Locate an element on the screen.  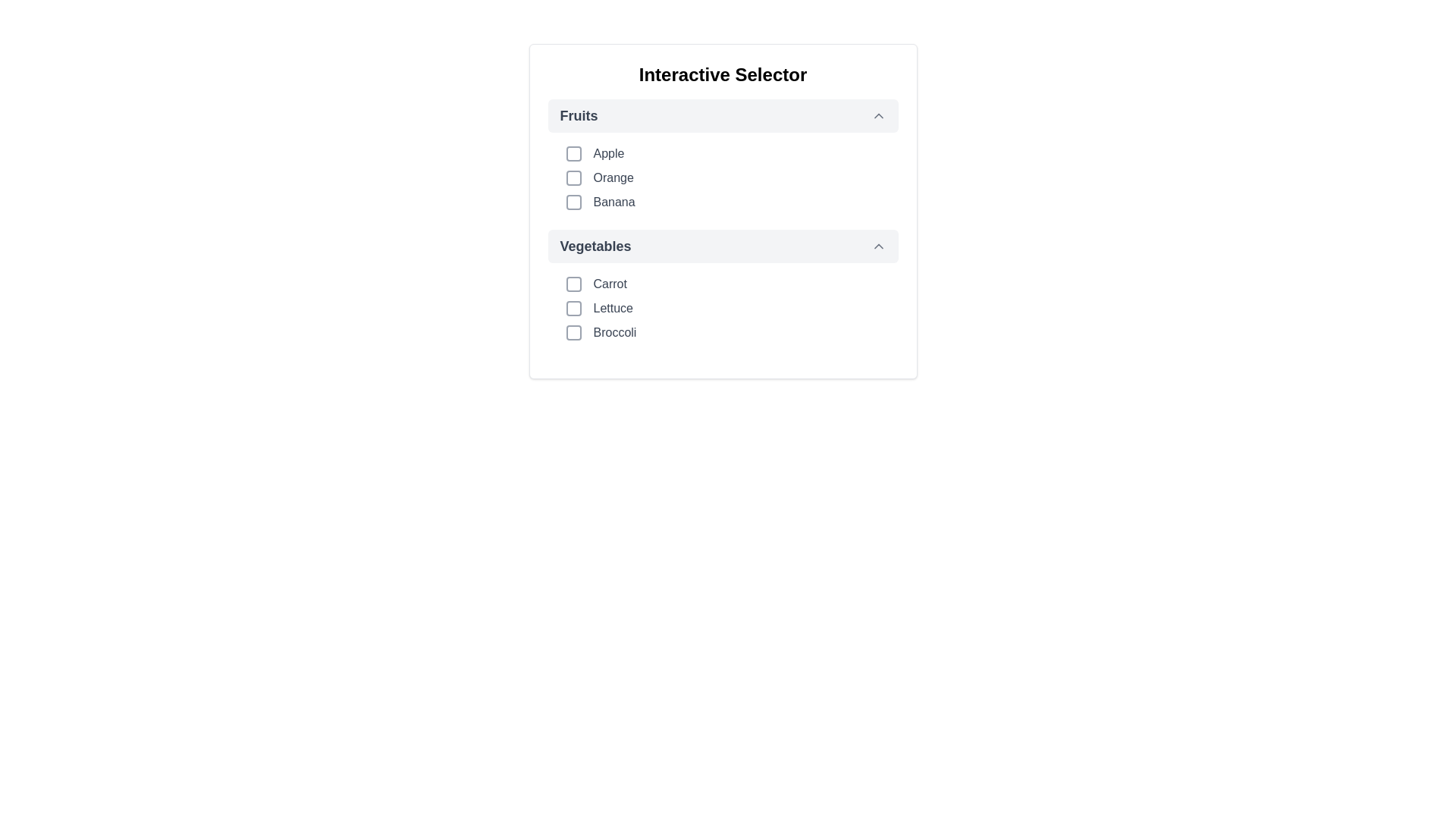
the checkbox for 'Broccoli' is located at coordinates (573, 332).